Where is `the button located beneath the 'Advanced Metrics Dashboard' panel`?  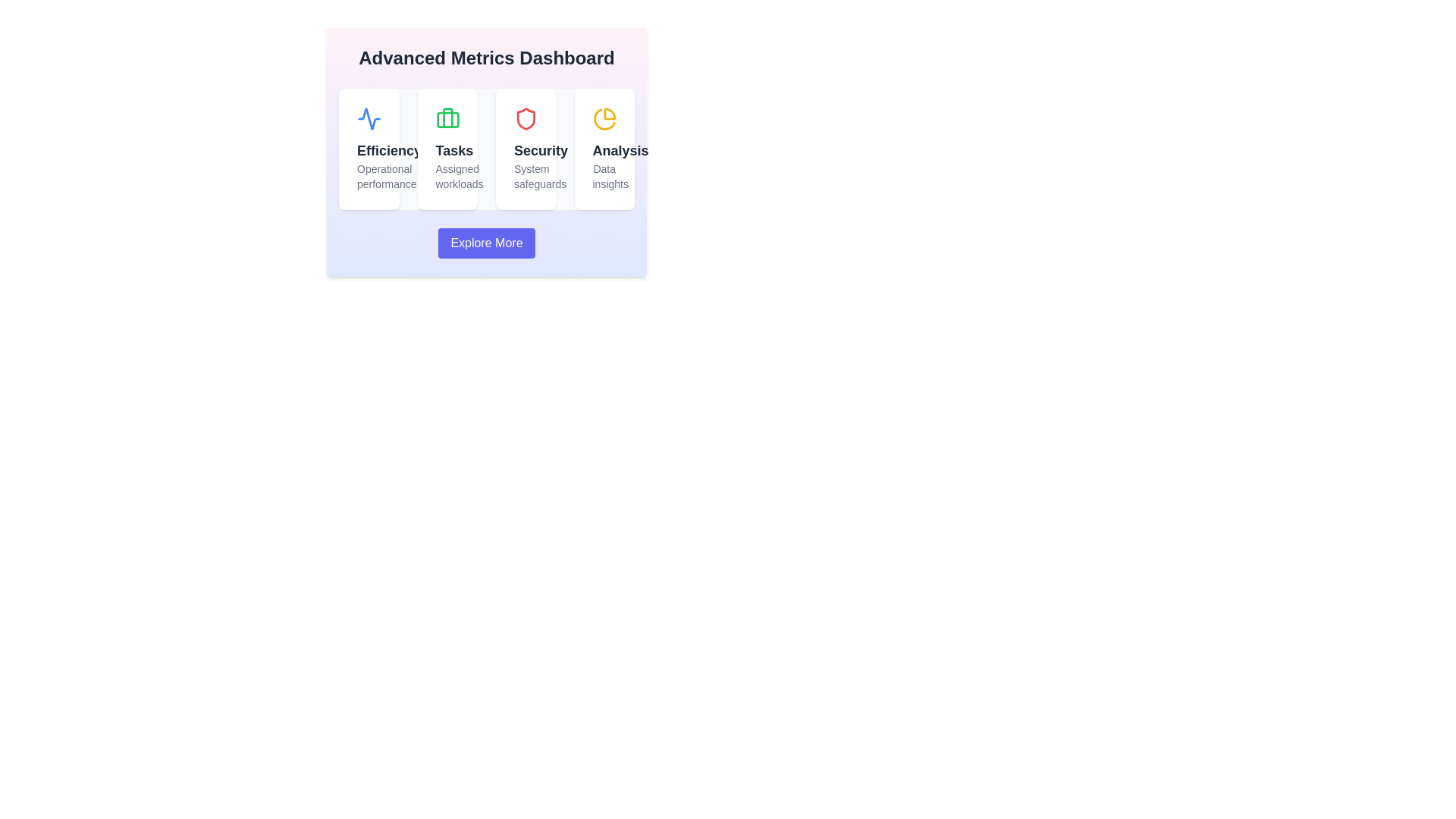
the button located beneath the 'Advanced Metrics Dashboard' panel is located at coordinates (487, 242).